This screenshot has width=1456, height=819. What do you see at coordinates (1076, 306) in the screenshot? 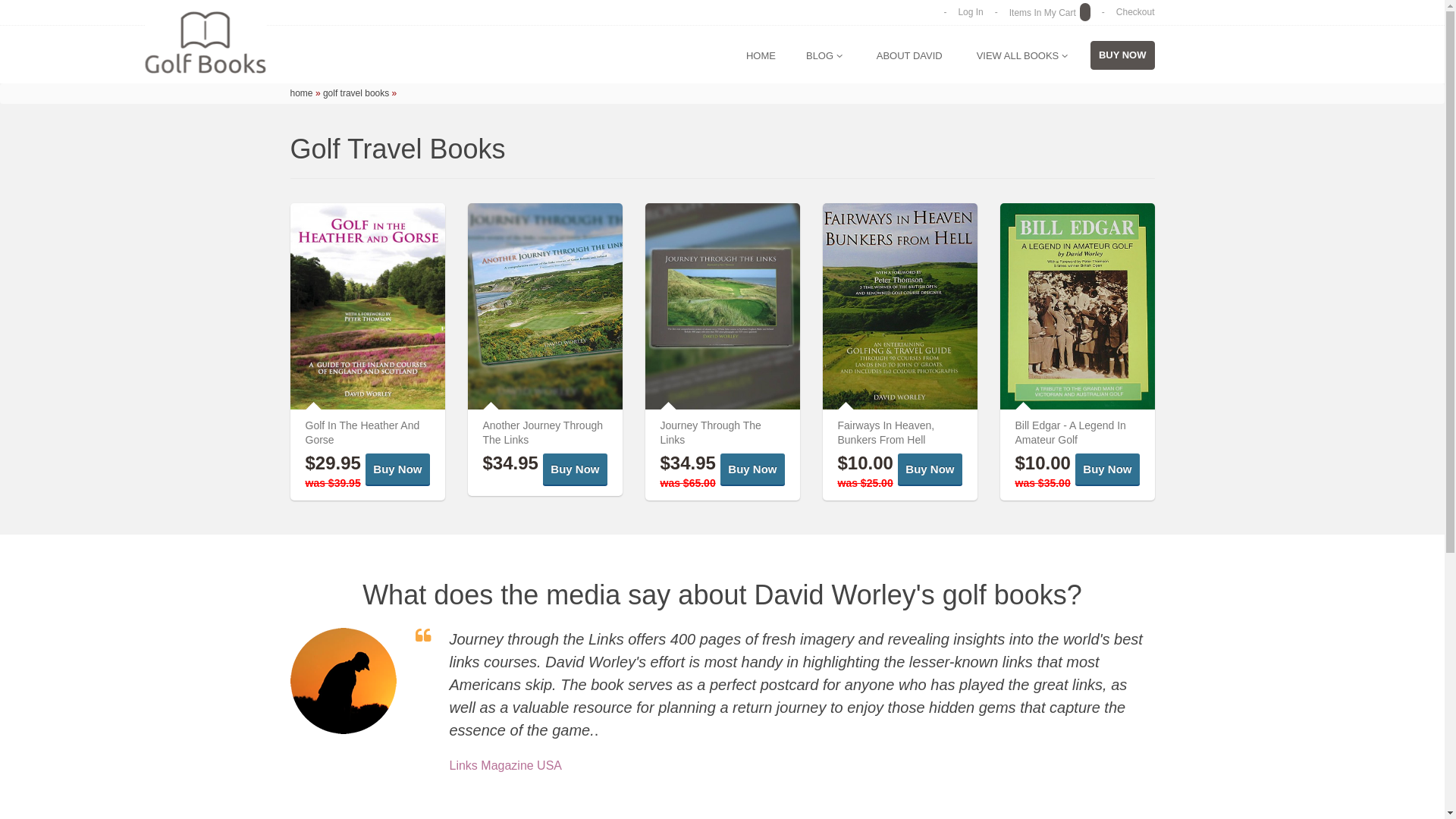
I see `'Code BE01'` at bounding box center [1076, 306].